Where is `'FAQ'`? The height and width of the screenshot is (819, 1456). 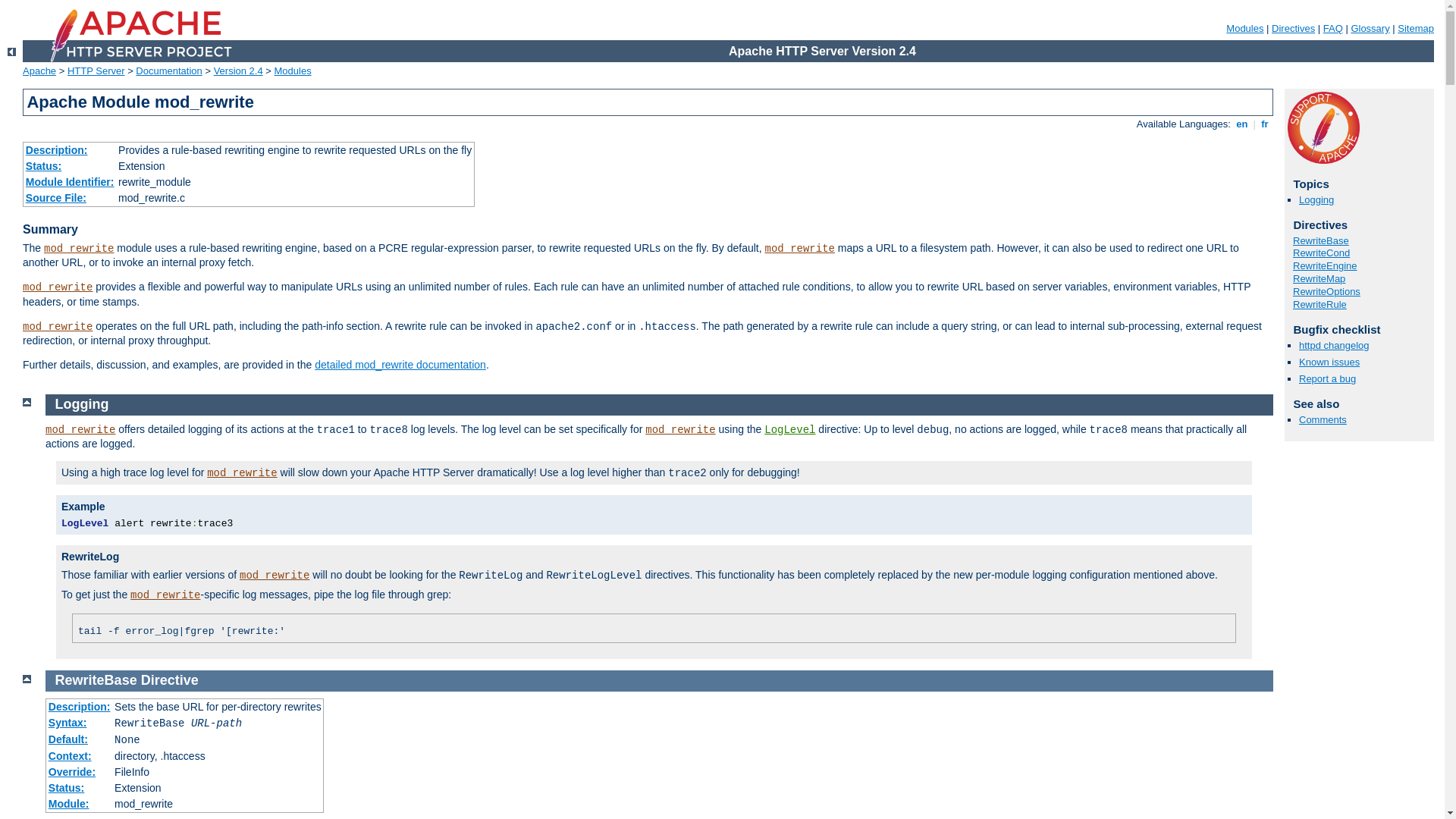 'FAQ' is located at coordinates (1323, 28).